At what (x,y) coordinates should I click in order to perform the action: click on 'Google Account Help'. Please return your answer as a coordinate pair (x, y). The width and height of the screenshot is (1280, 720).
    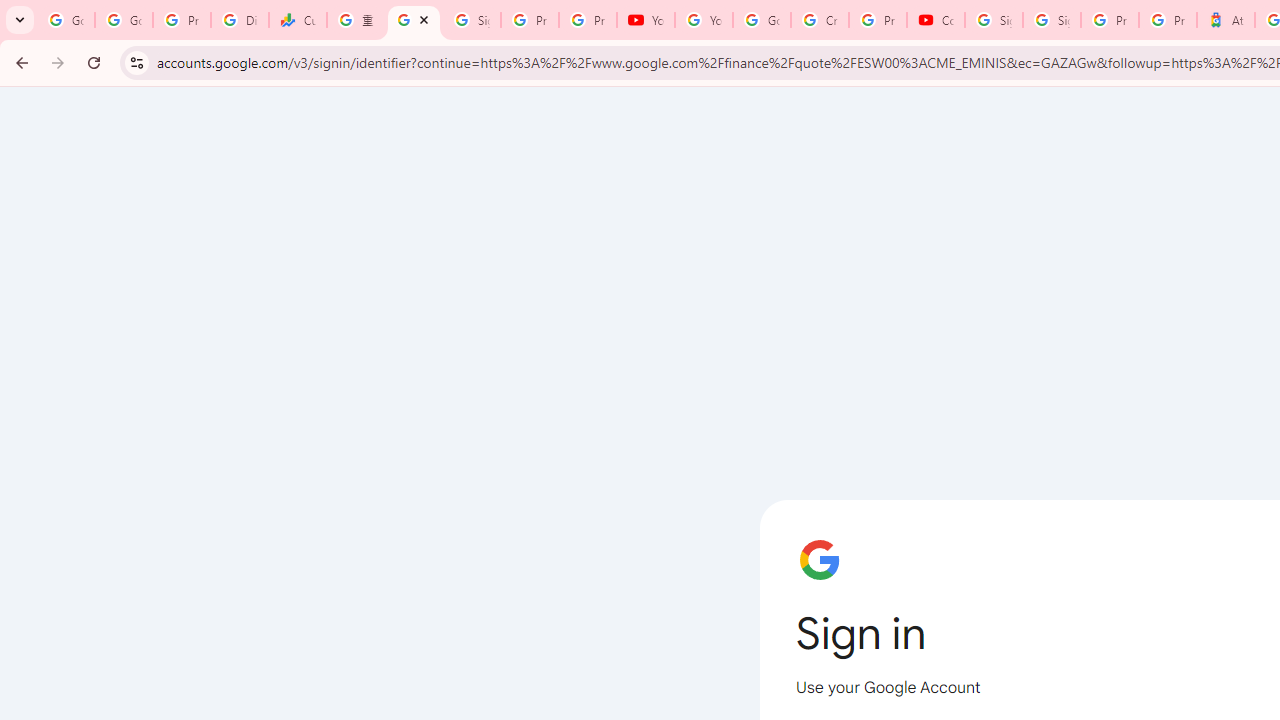
    Looking at the image, I should click on (761, 20).